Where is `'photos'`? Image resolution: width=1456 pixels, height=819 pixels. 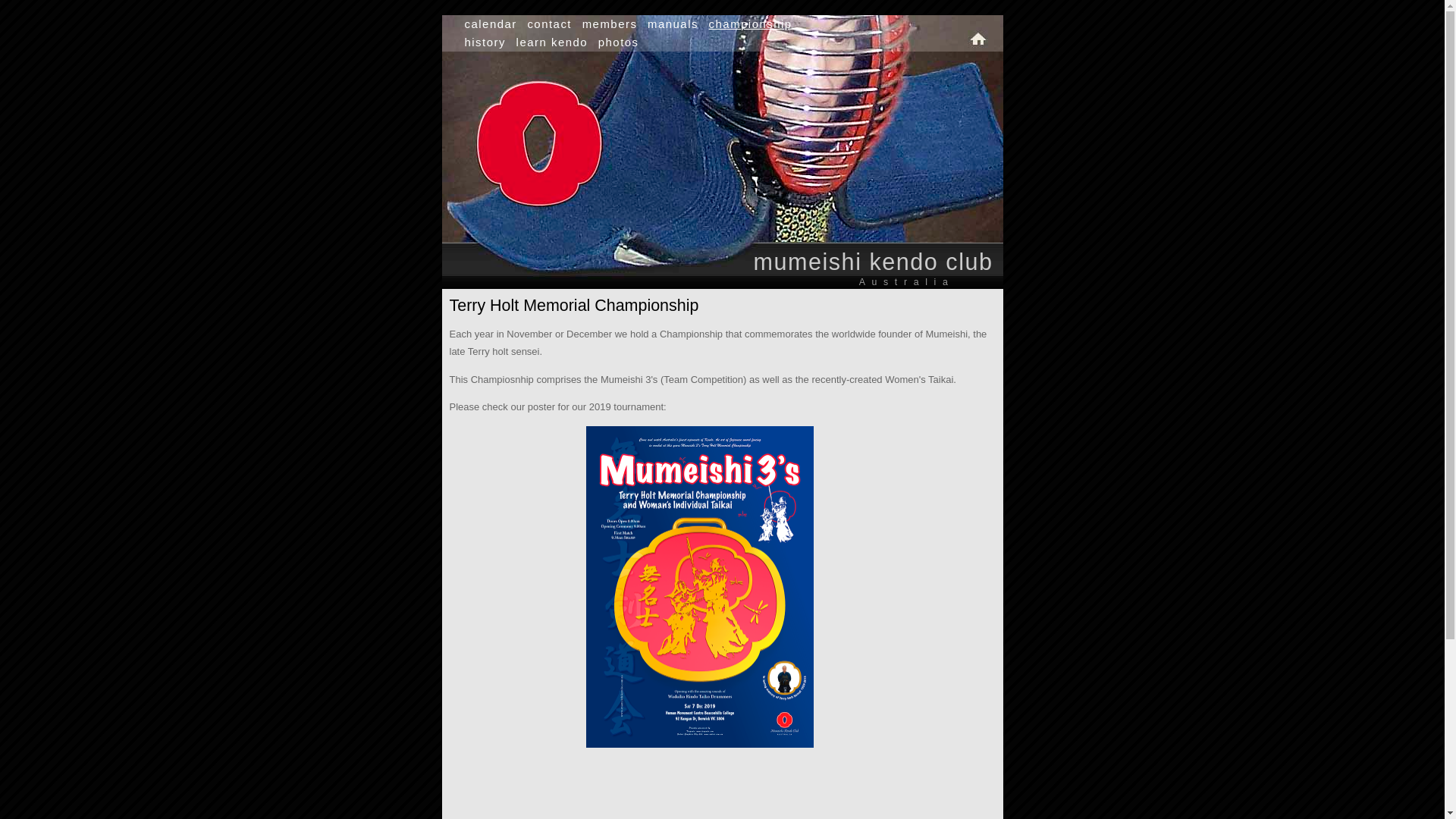
'photos' is located at coordinates (619, 41).